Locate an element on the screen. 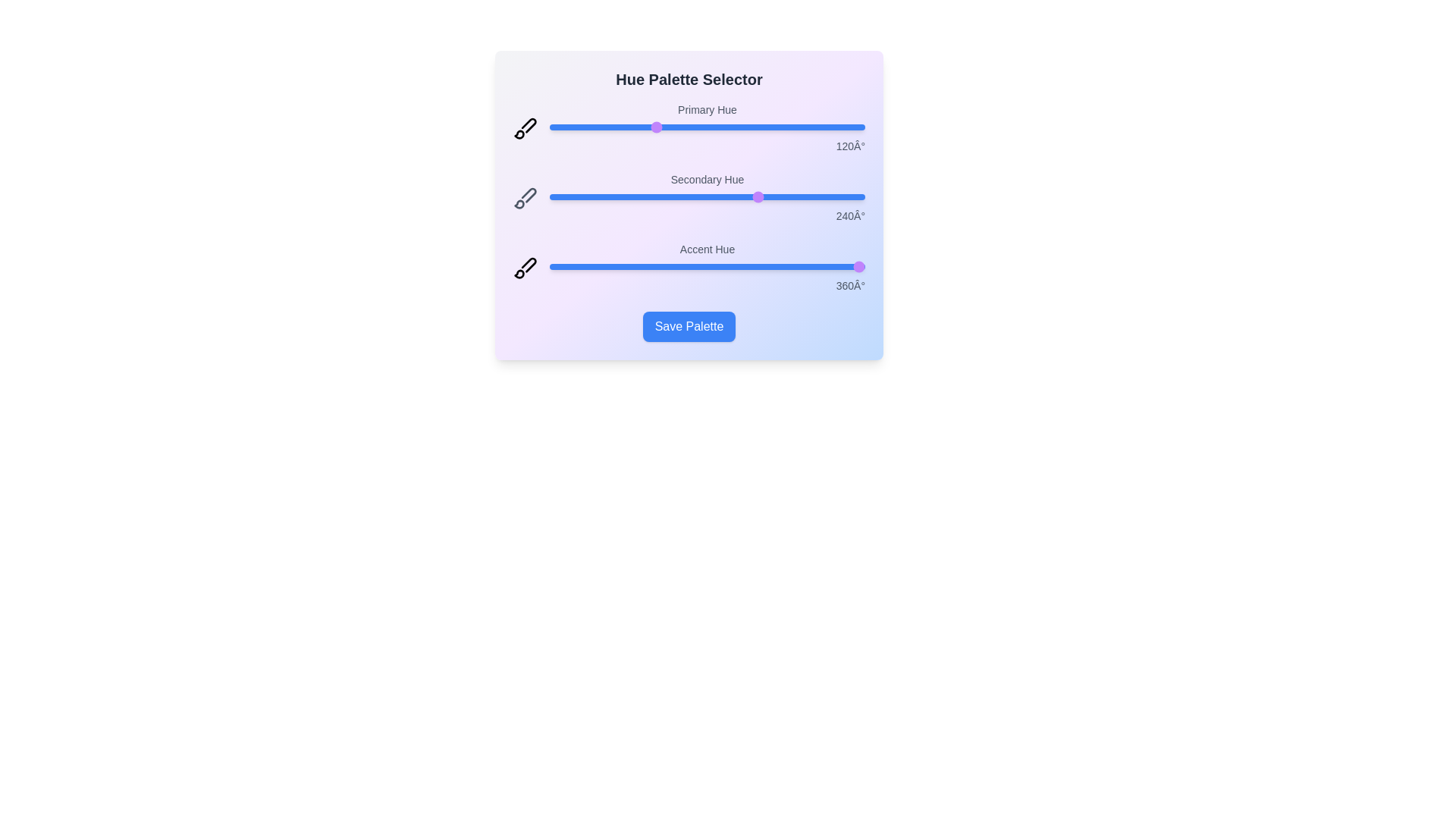  the 'Secondary Hue' slider to 248 degrees is located at coordinates (767, 196).